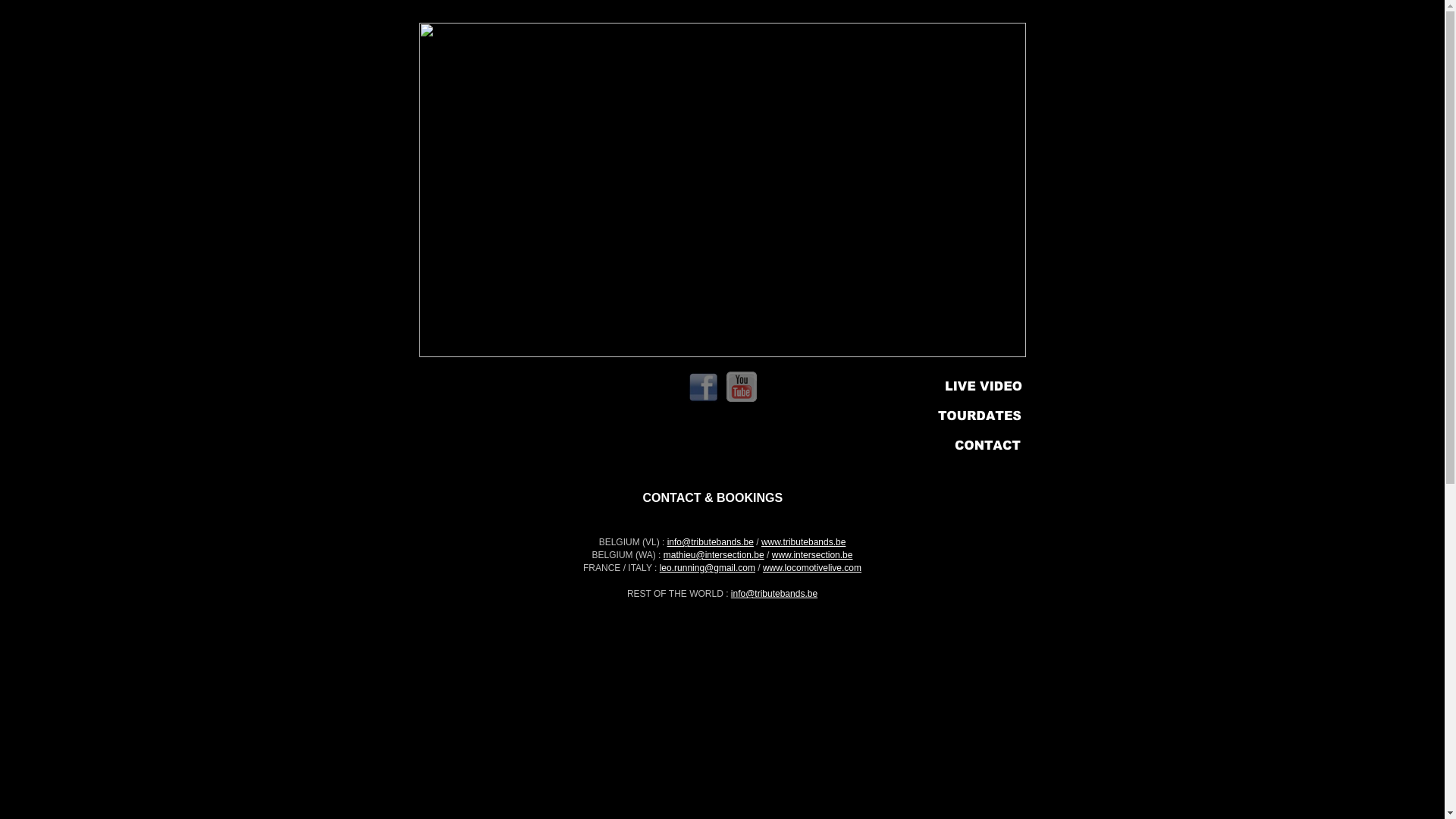  Describe the element at coordinates (706, 567) in the screenshot. I see `'leo.running@gmail.com'` at that location.